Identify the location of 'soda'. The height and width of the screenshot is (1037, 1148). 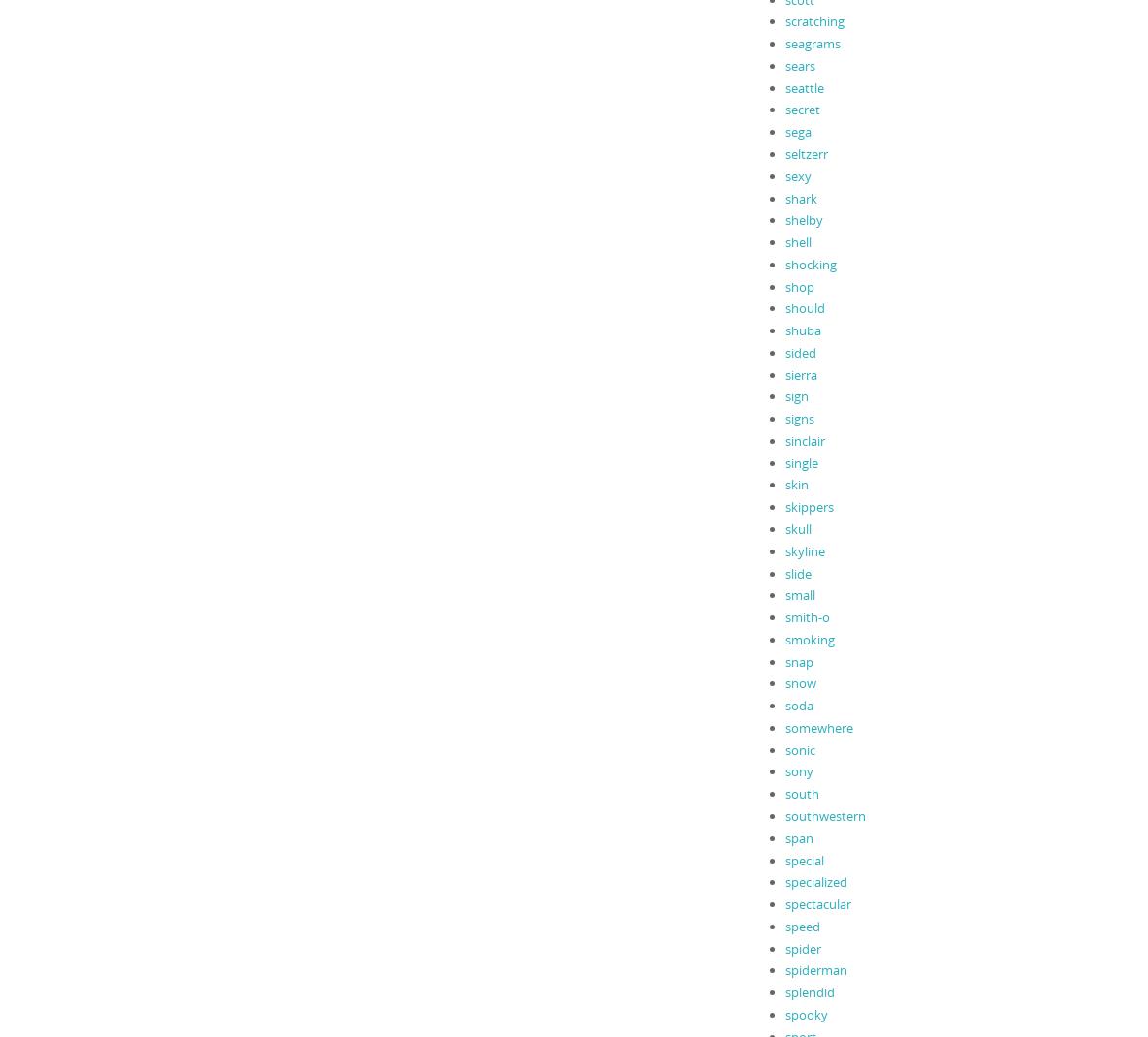
(798, 705).